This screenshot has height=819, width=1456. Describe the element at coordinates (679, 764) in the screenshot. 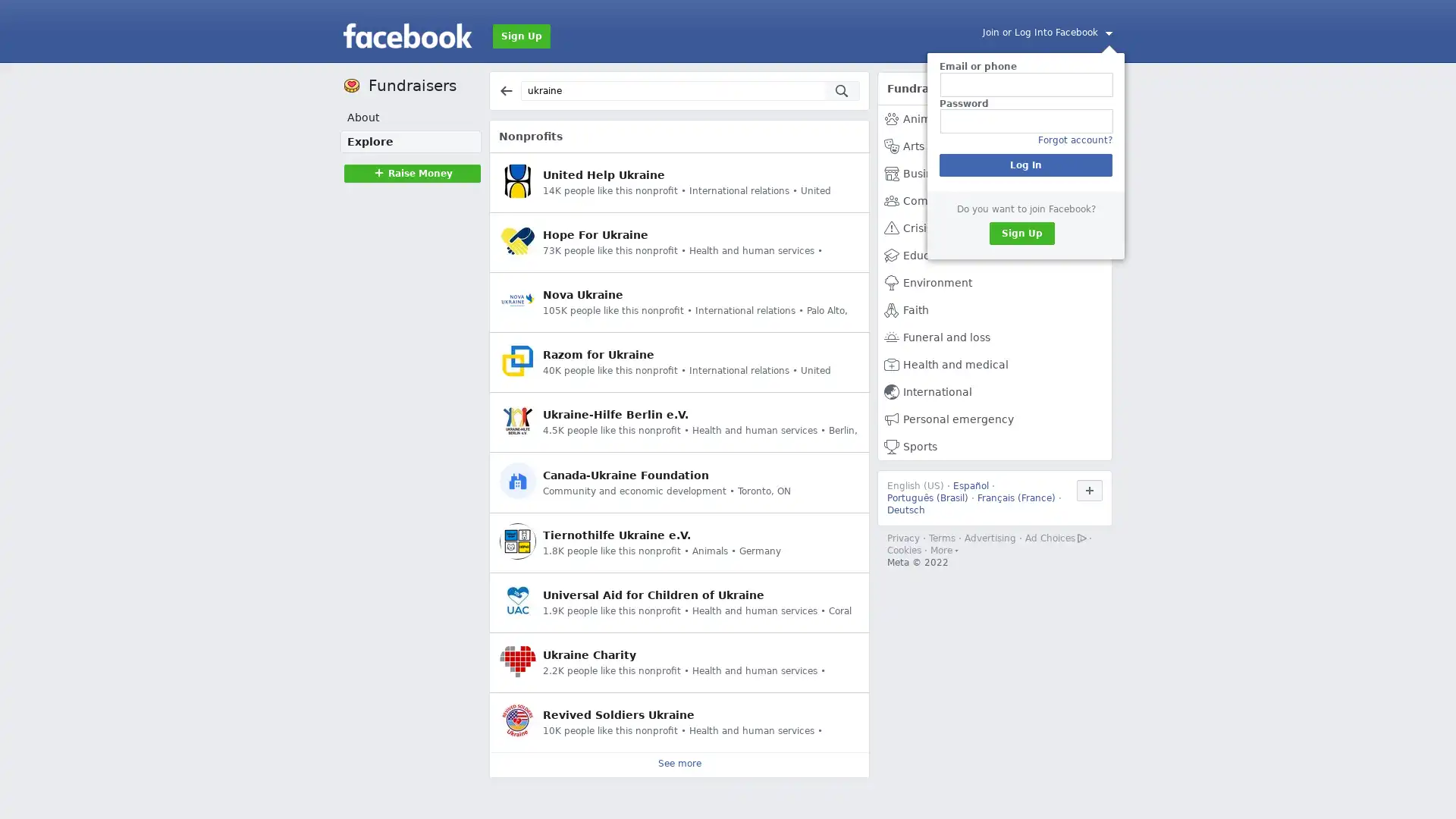

I see `See more` at that location.